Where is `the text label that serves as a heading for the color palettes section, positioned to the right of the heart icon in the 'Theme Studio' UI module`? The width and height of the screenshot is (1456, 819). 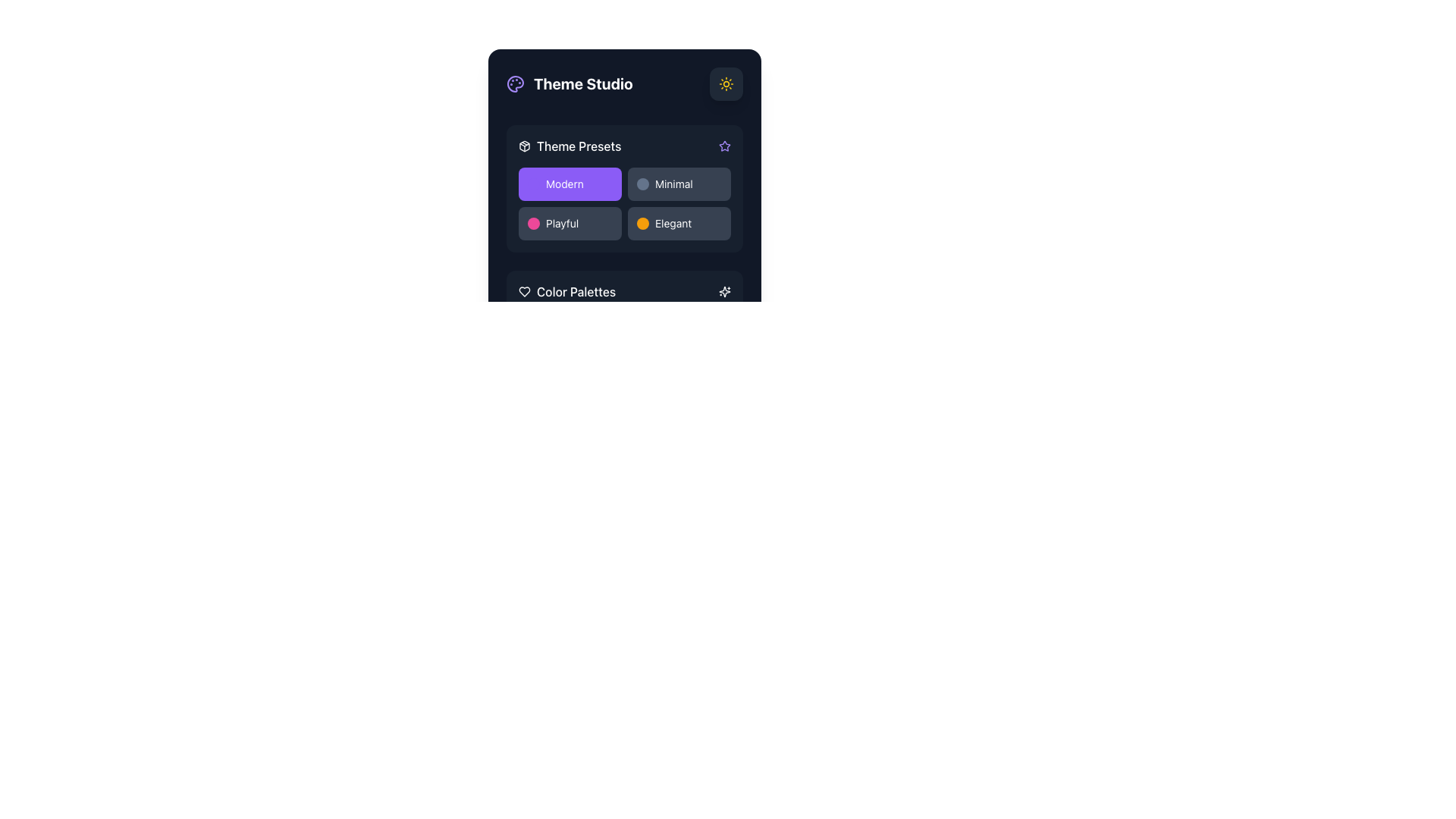
the text label that serves as a heading for the color palettes section, positioned to the right of the heart icon in the 'Theme Studio' UI module is located at coordinates (575, 292).